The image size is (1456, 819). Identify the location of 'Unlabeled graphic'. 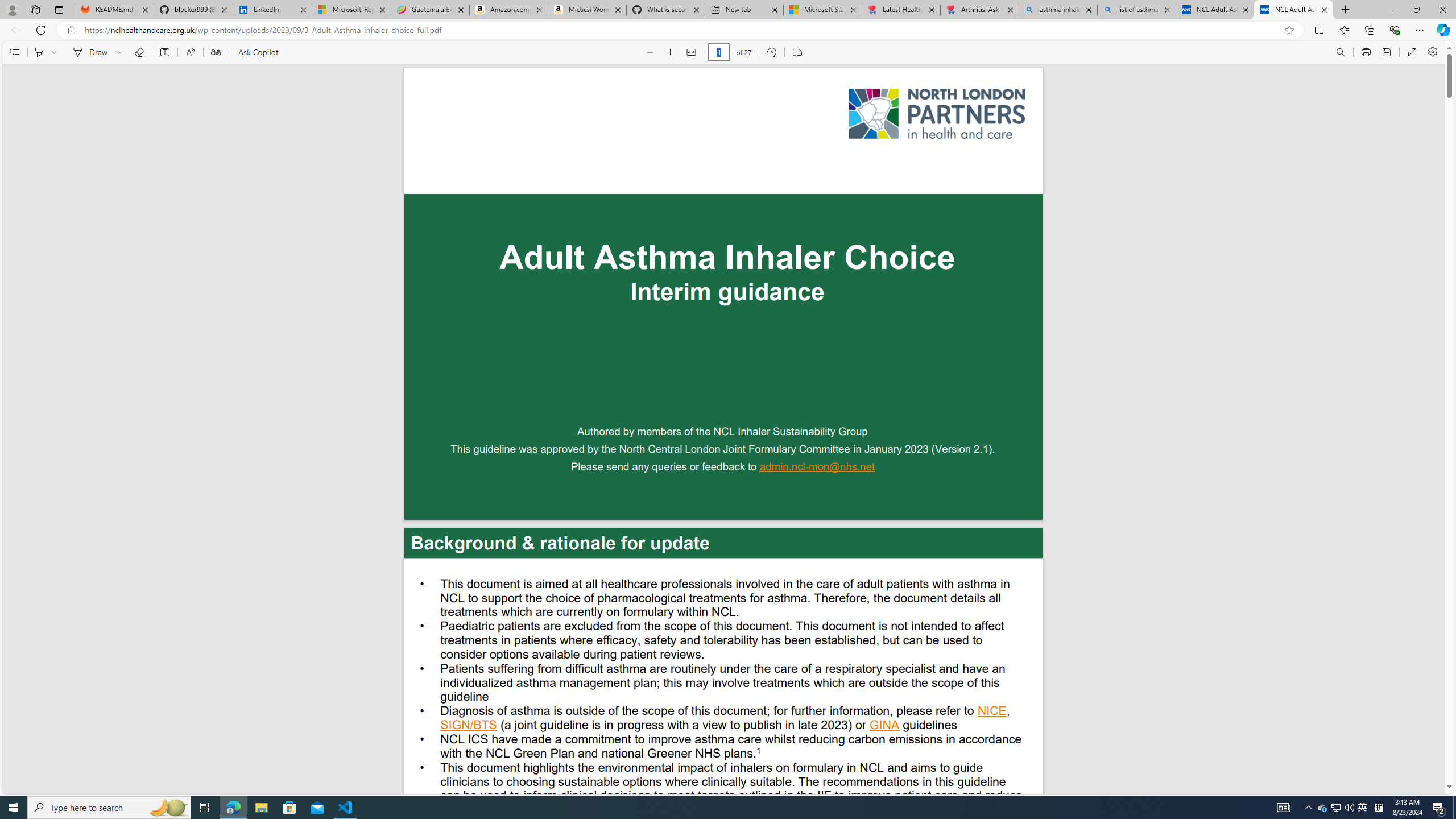
(936, 113).